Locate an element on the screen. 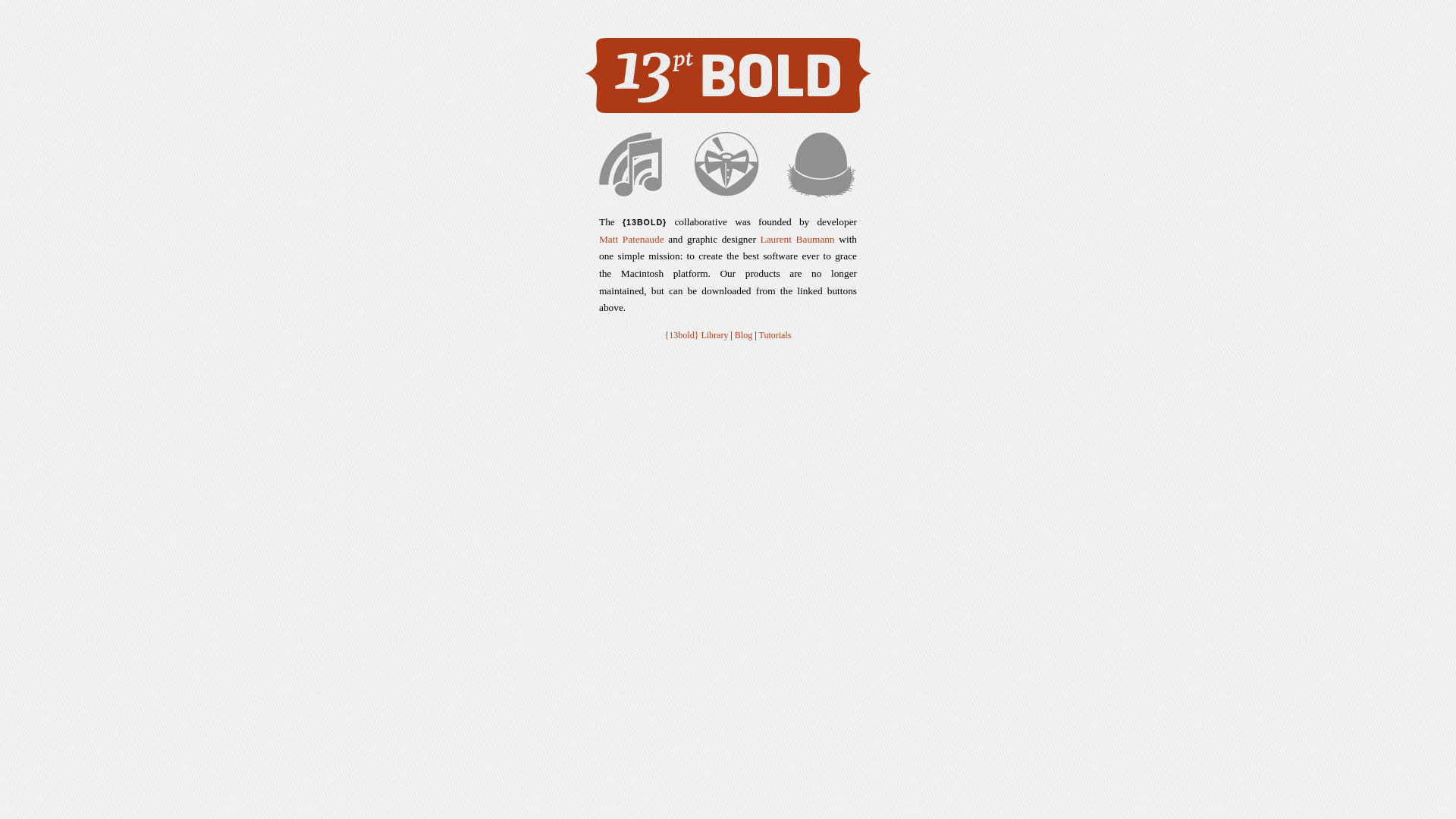 This screenshot has height=819, width=1456. 'Tutorials' is located at coordinates (775, 334).